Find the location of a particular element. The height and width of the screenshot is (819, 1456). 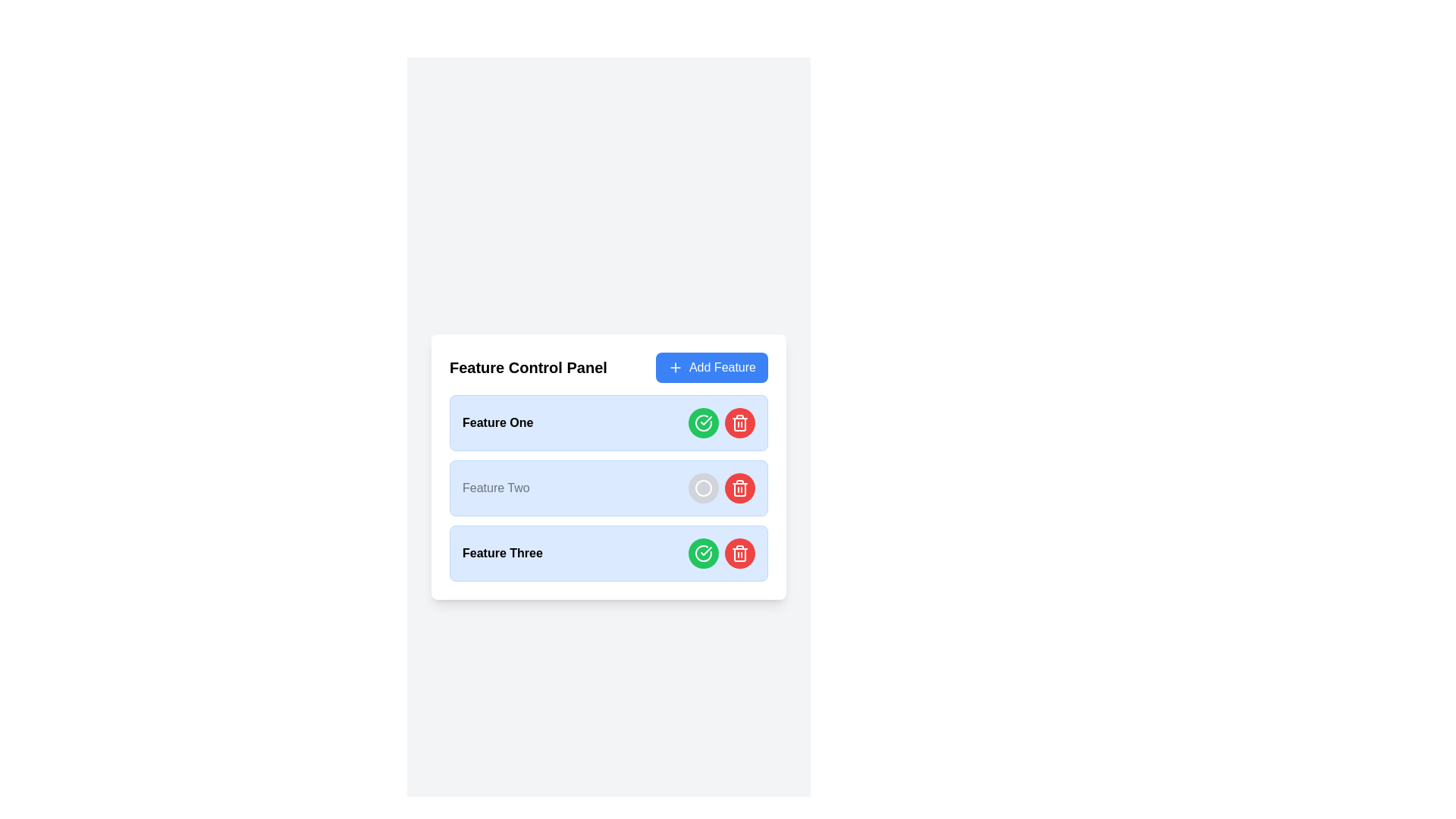

the circular green button with a white checkmark icon located on the right side of the 'Feature One' row for keyboard interaction is located at coordinates (702, 423).